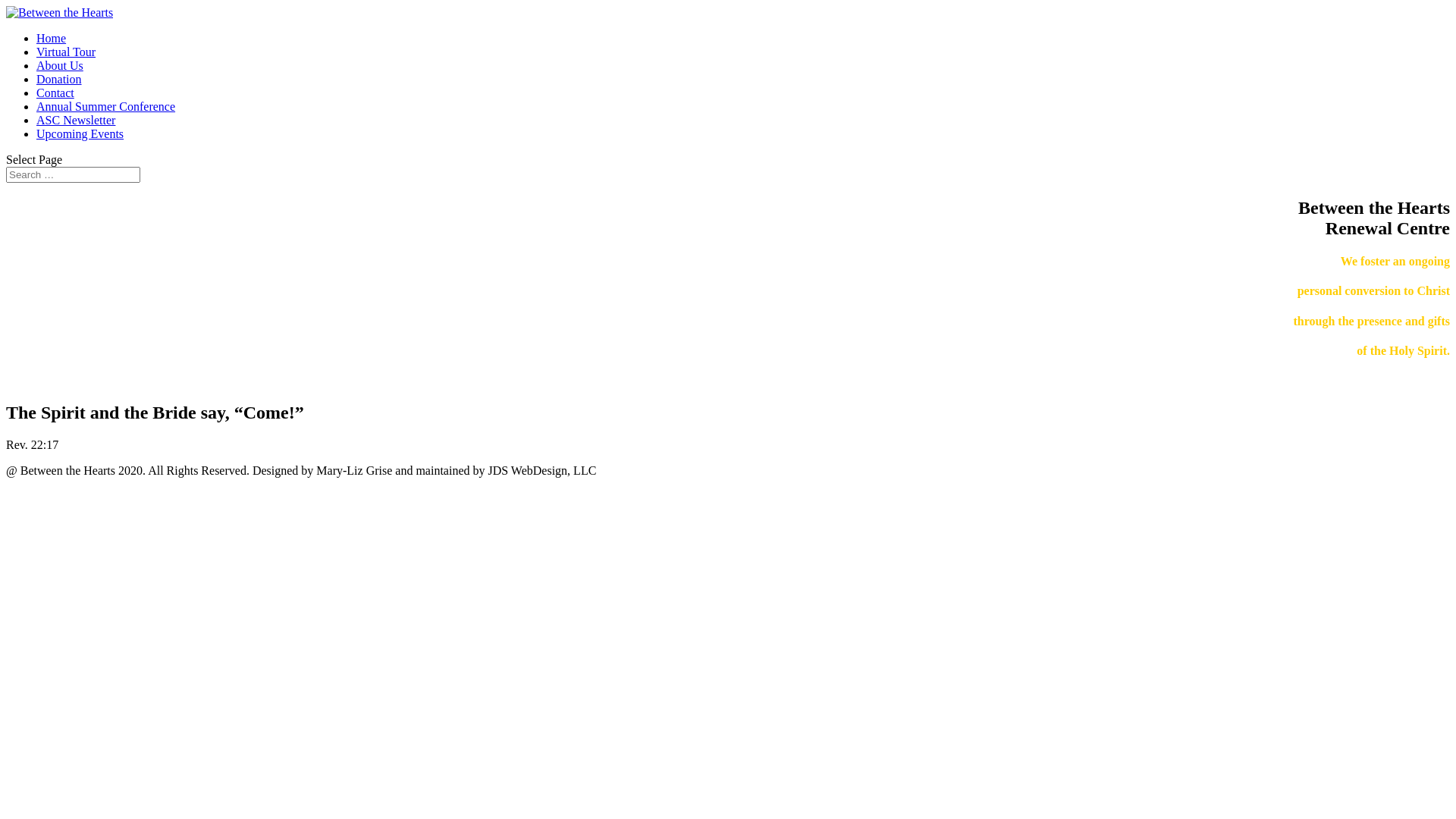 This screenshot has width=1456, height=819. Describe the element at coordinates (79, 133) in the screenshot. I see `'Upcoming Events'` at that location.